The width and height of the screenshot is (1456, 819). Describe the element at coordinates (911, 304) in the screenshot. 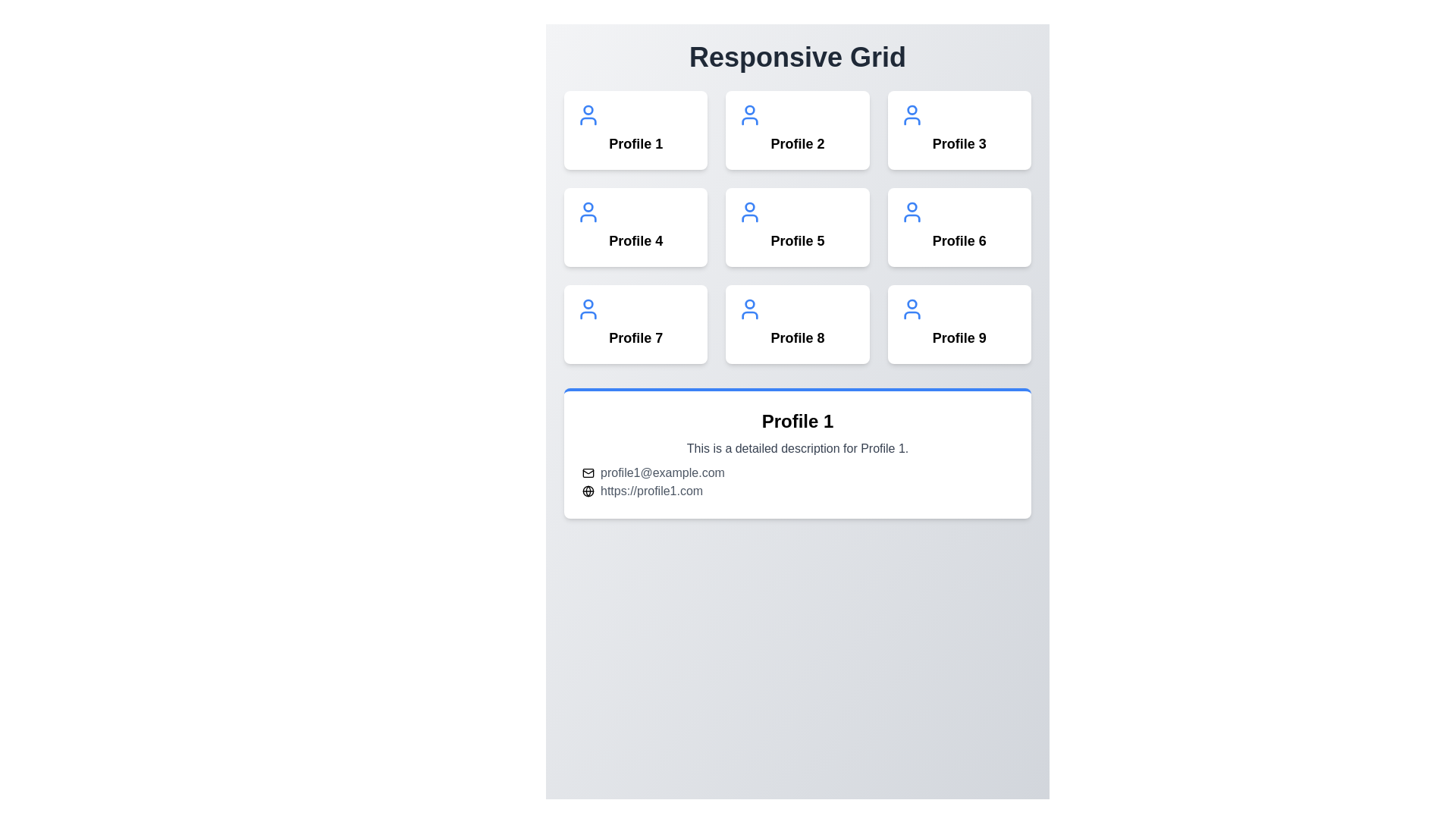

I see `the decorative SVG Circle that represents the user icon for 'Profile 9', located in the bottom-right corner of the grid` at that location.